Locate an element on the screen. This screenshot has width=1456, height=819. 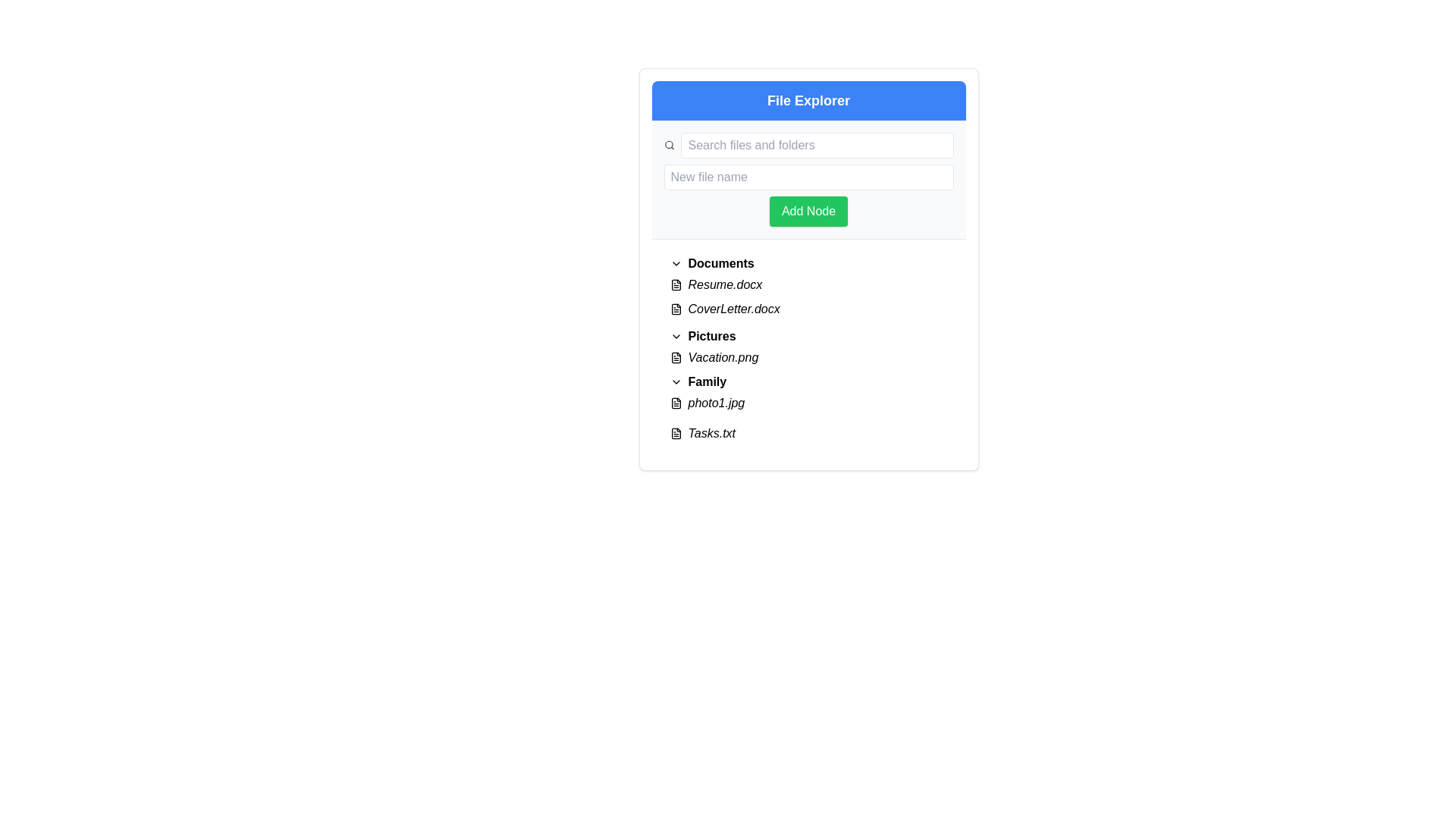
the text label element displaying 'photo1.jpg' in italic font style within the 'Family' folder to rename the file is located at coordinates (715, 403).